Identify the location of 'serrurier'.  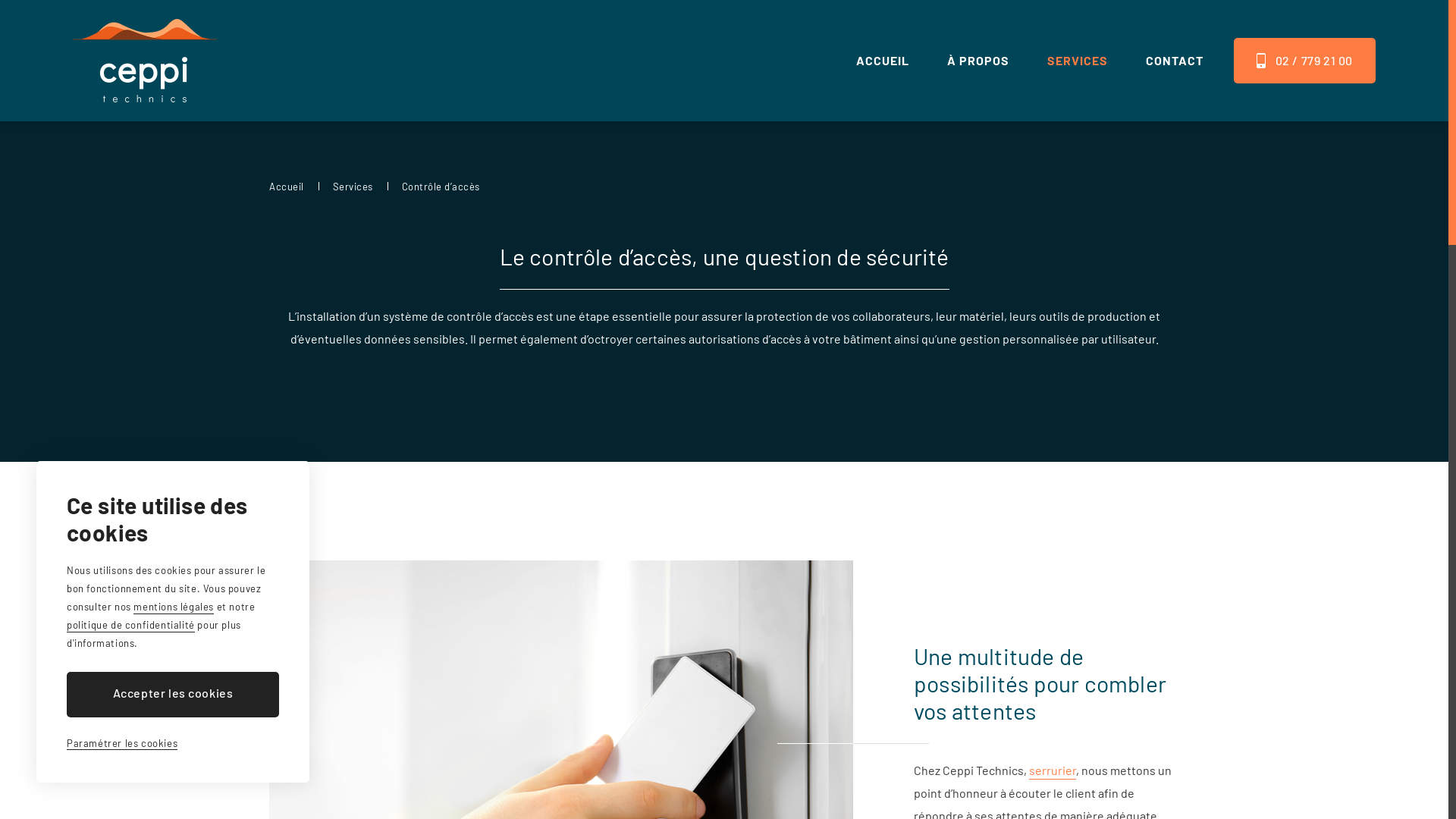
(1051, 771).